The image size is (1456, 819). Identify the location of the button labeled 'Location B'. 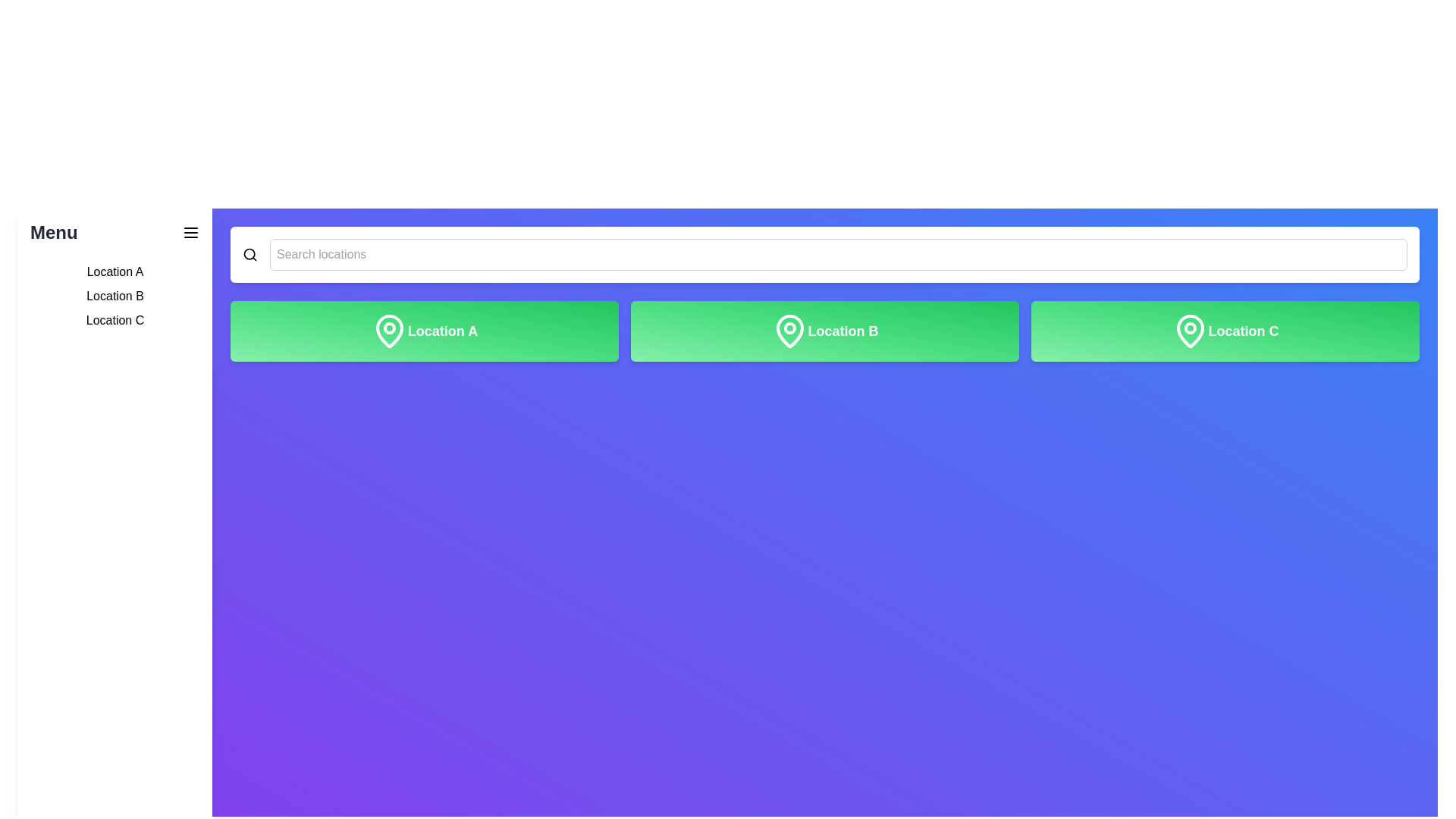
(824, 330).